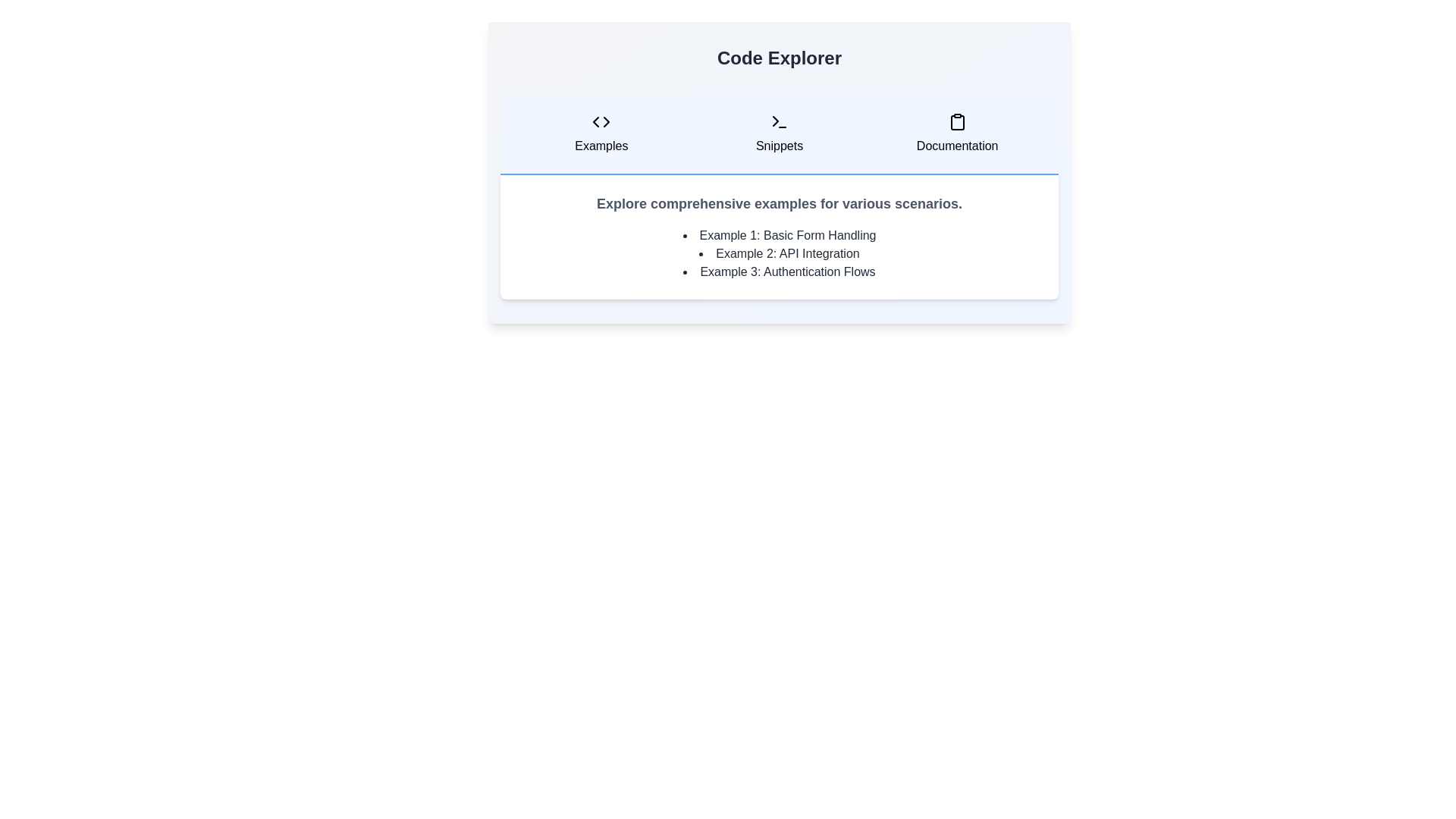 The height and width of the screenshot is (819, 1456). Describe the element at coordinates (607, 121) in the screenshot. I see `the right-hand arrow graphical icon within the Code Explorer interface, which is styled with sharp edges and is part of a pair of arrows` at that location.